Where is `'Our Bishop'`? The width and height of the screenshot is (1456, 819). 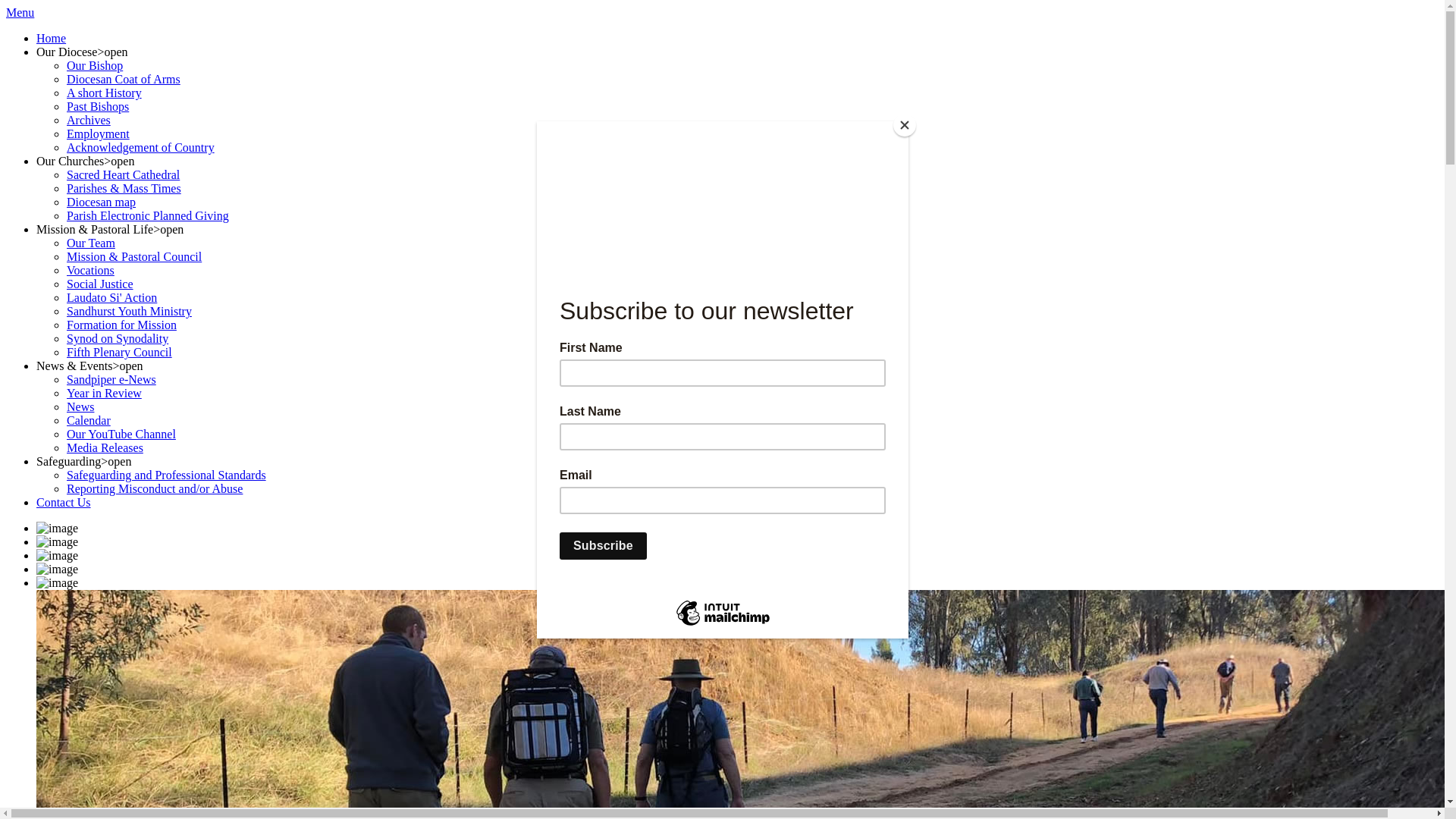
'Our Bishop' is located at coordinates (93, 64).